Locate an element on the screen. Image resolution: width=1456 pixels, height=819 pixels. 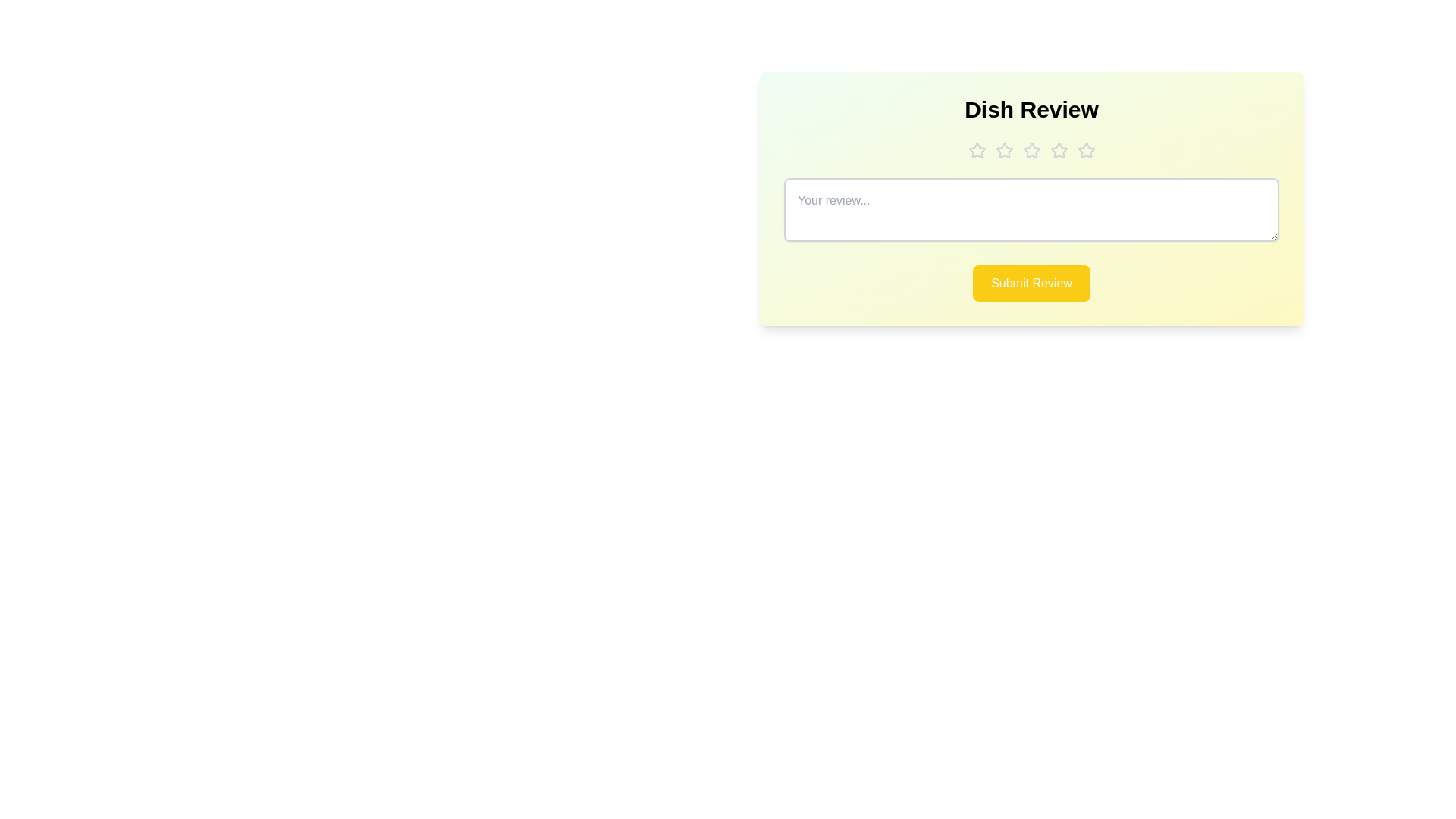
the dish rating to 5 stars by clicking on the corresponding star is located at coordinates (1085, 151).